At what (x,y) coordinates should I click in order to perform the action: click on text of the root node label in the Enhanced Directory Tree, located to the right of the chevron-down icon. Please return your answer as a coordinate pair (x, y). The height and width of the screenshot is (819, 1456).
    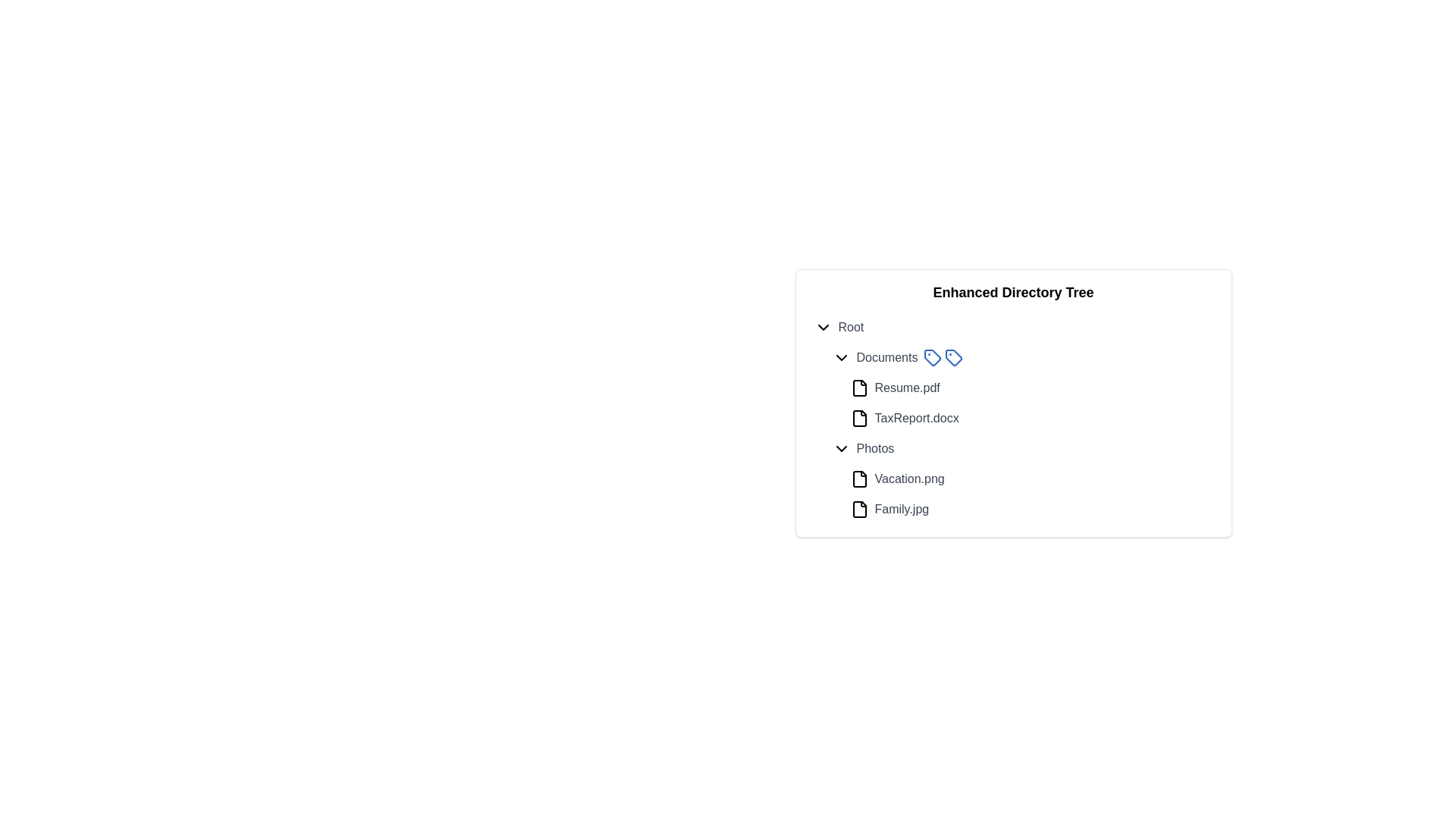
    Looking at the image, I should click on (851, 327).